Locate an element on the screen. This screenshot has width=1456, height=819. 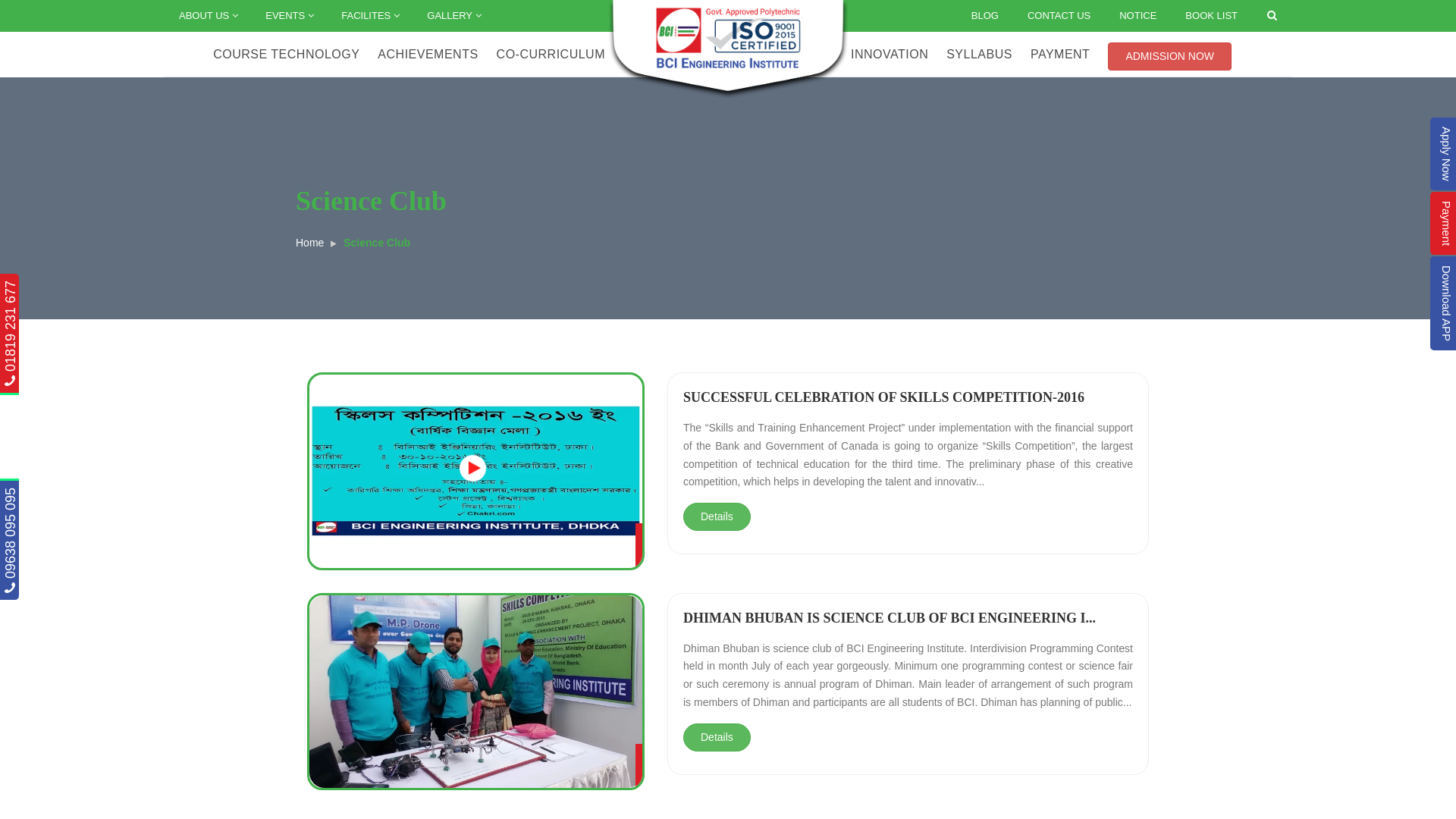
'PAYMENT' is located at coordinates (1059, 55).